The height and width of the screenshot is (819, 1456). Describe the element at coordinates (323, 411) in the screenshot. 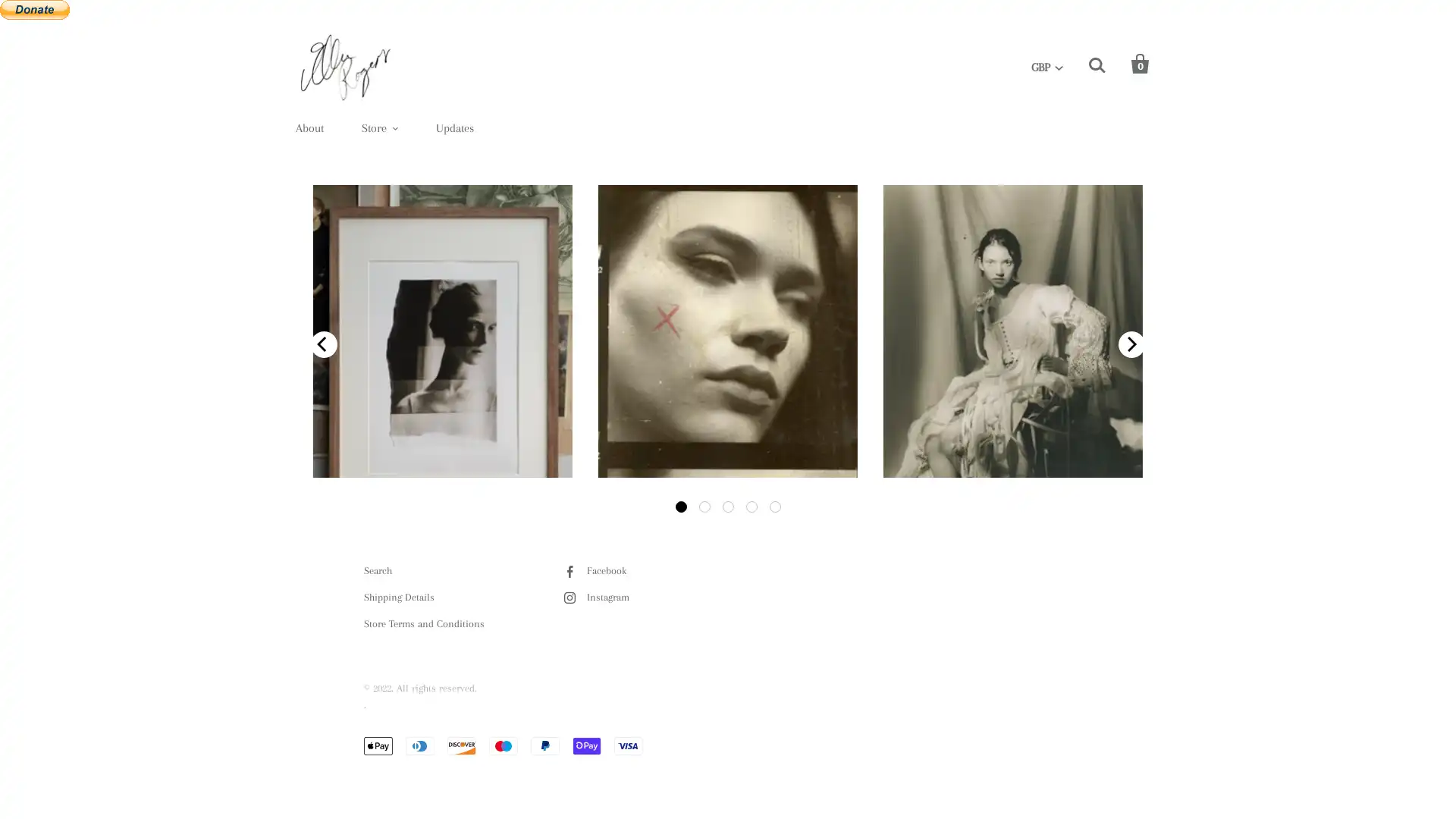

I see `previous` at that location.